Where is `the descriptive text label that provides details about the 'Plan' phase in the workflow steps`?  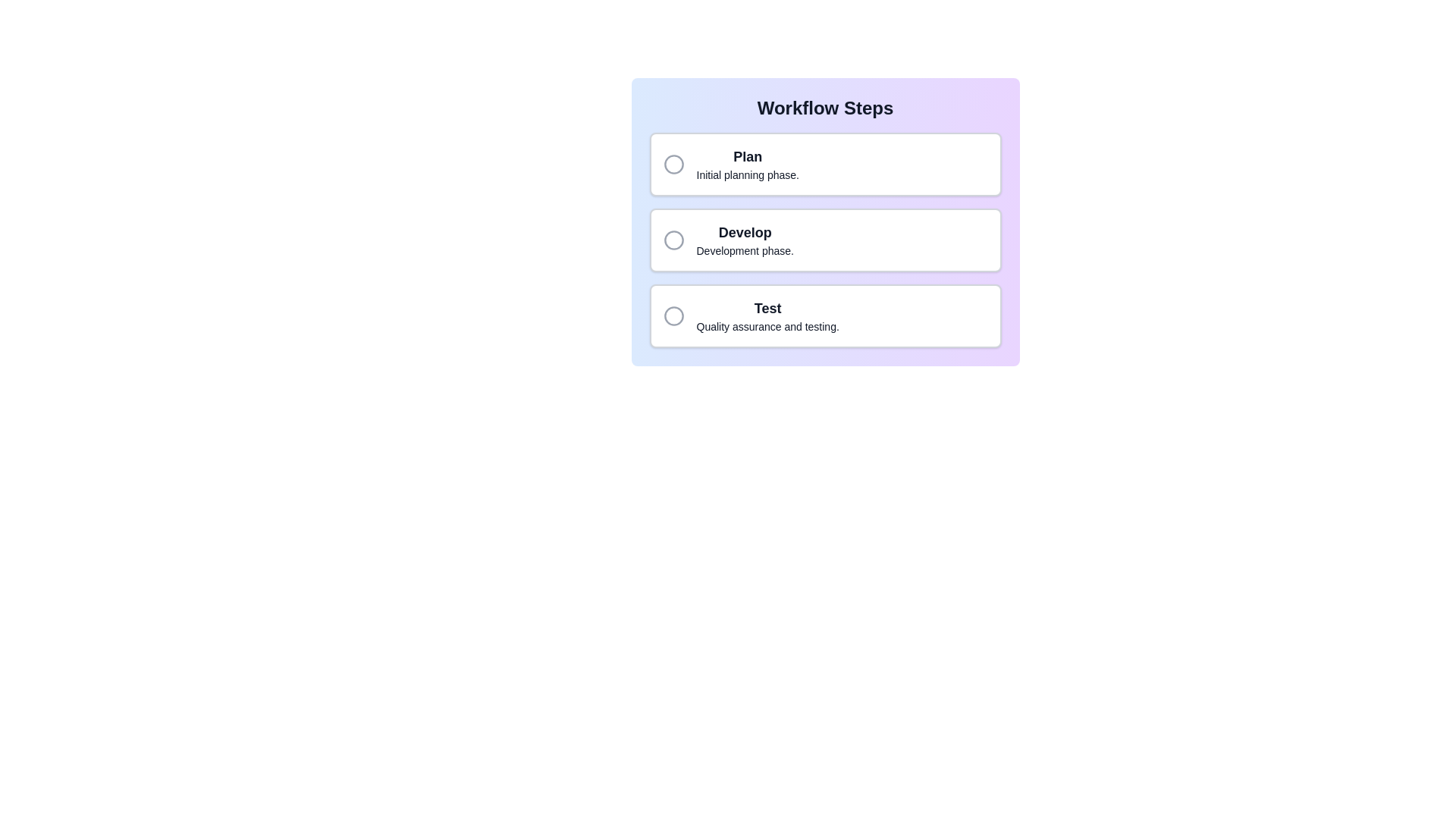 the descriptive text label that provides details about the 'Plan' phase in the workflow steps is located at coordinates (748, 174).